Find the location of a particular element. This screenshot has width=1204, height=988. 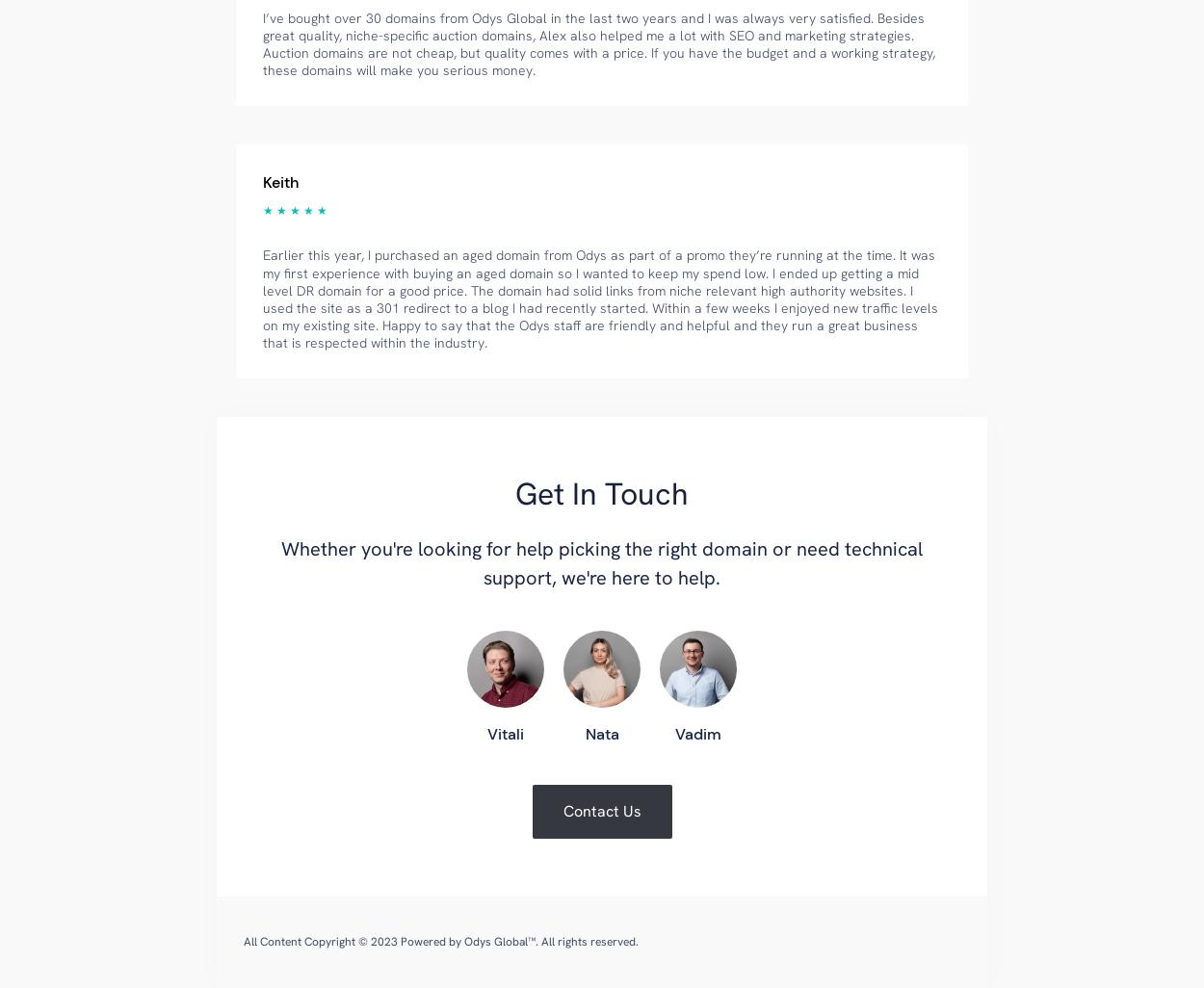

'Keith' is located at coordinates (280, 181).